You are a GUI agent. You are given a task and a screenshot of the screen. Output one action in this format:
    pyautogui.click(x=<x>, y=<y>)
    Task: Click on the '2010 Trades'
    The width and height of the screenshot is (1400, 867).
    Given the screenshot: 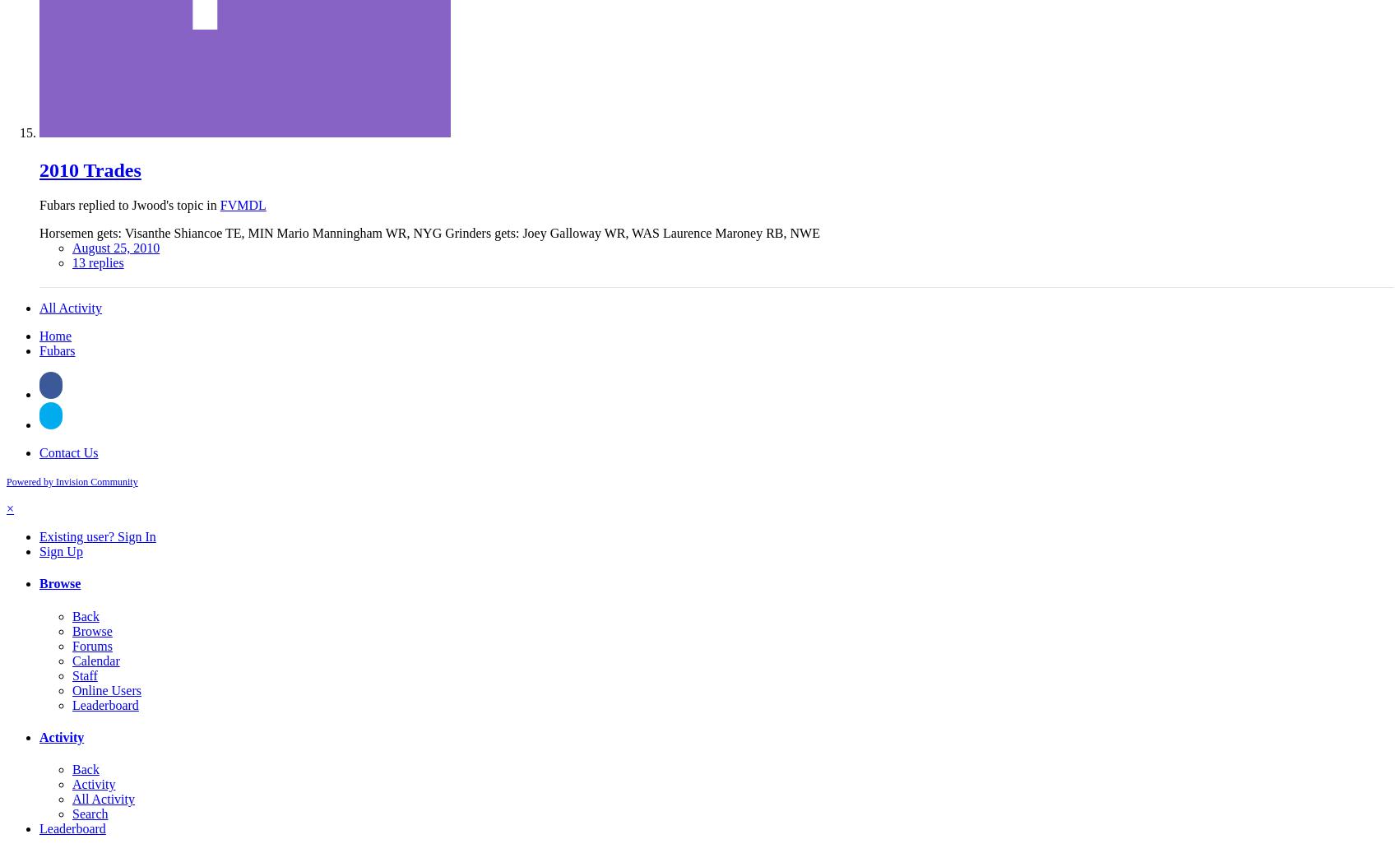 What is the action you would take?
    pyautogui.click(x=90, y=169)
    